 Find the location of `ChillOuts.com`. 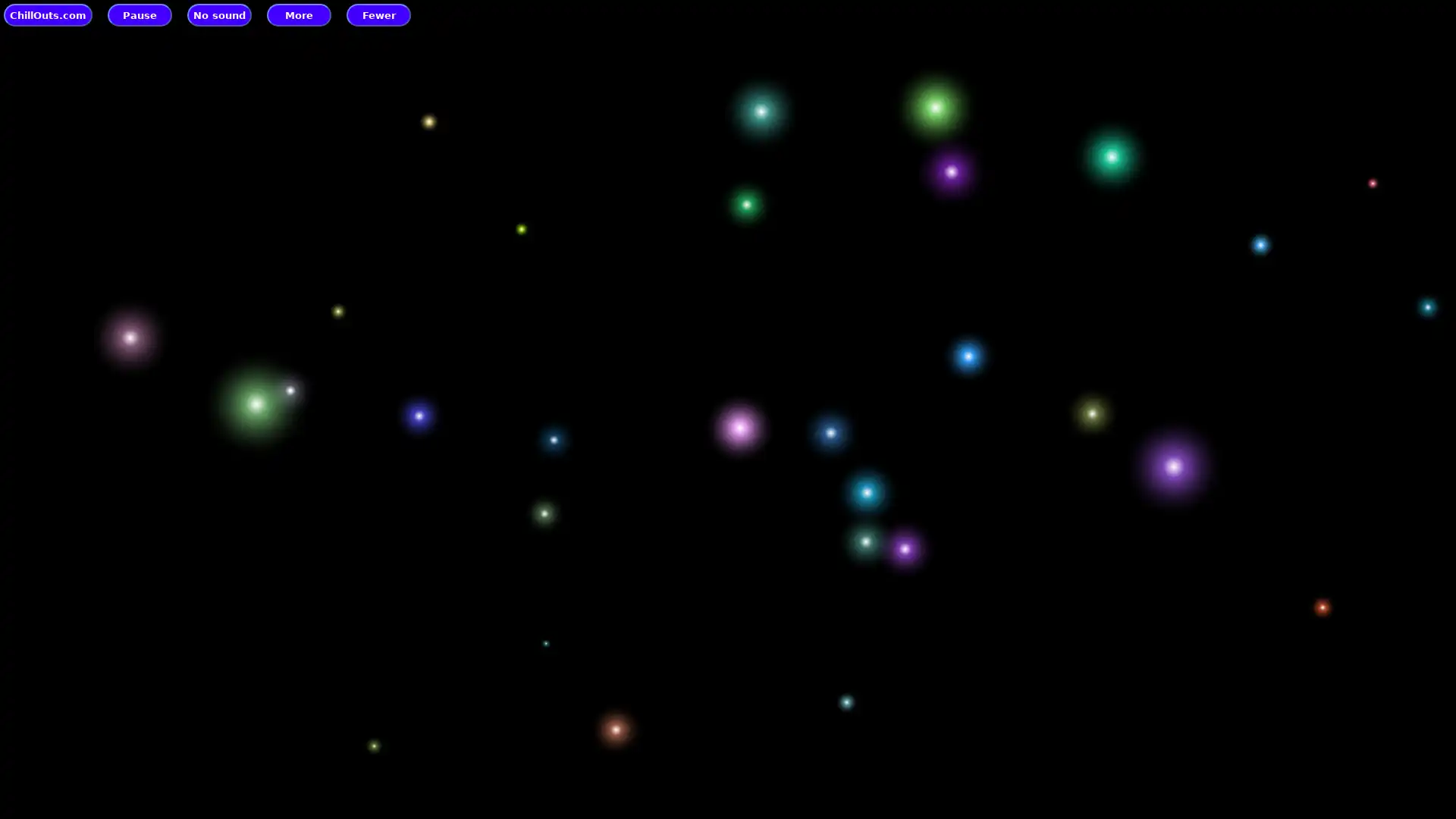

ChillOuts.com is located at coordinates (48, 14).